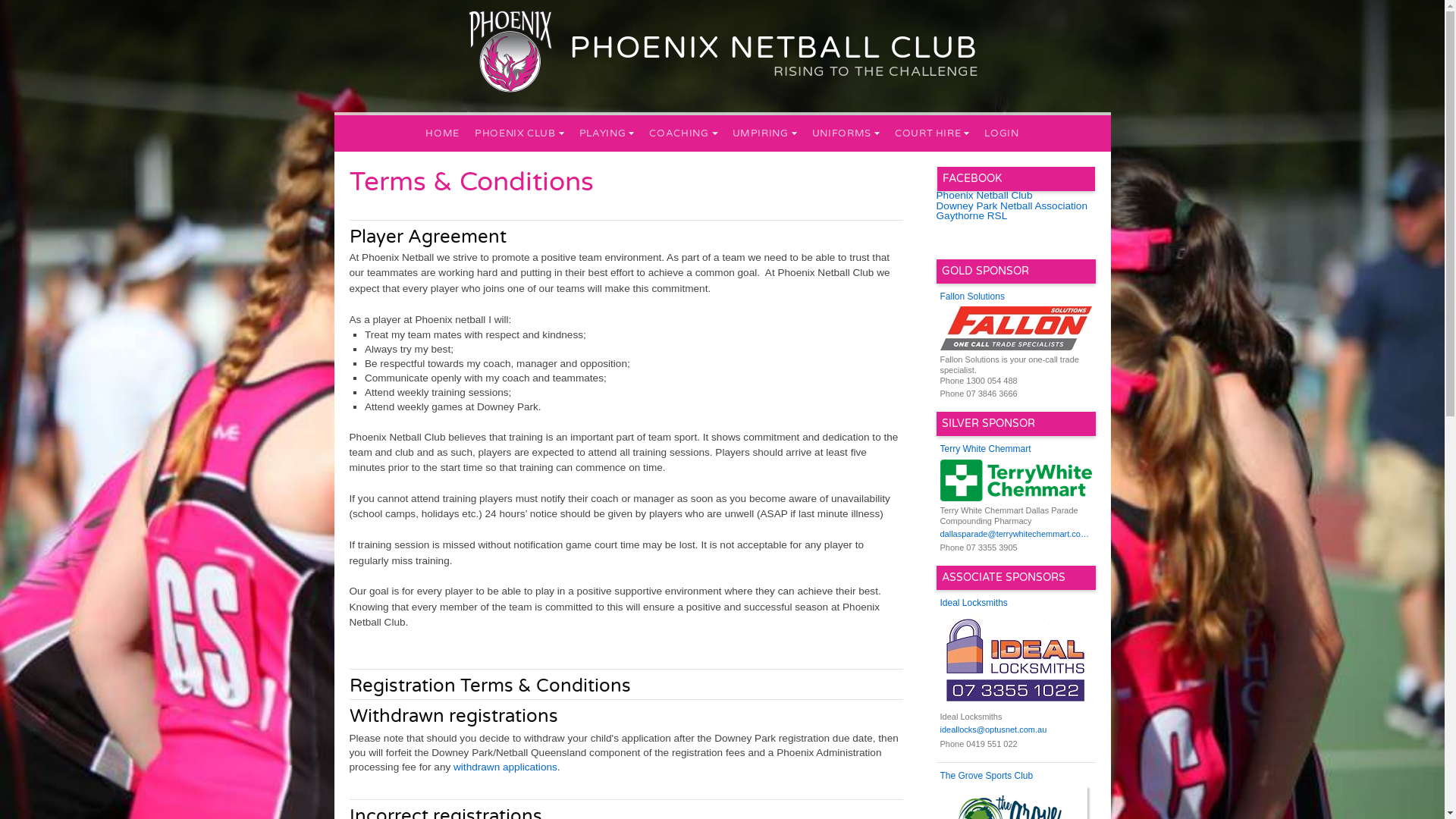  I want to click on 'ideallocks@optusnet.com.au', so click(1015, 730).